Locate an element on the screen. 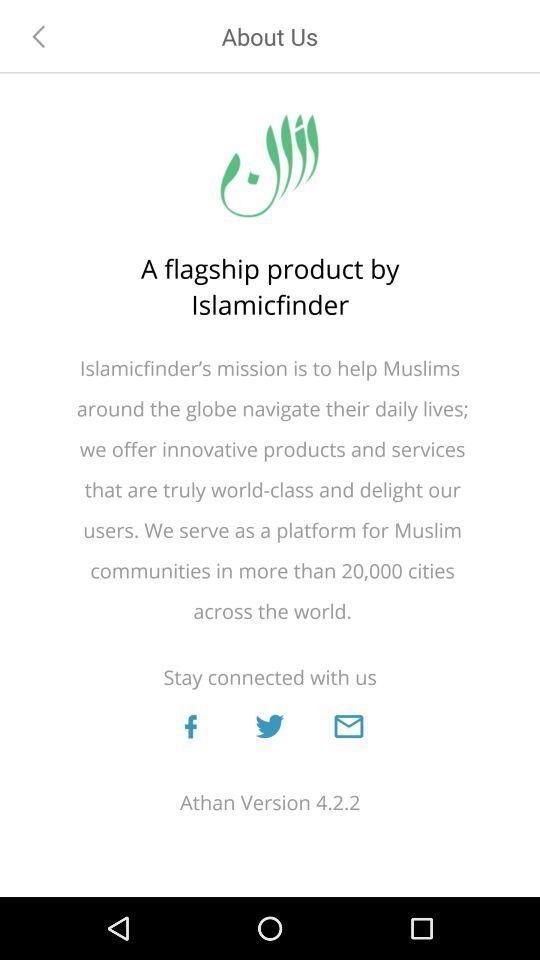 The height and width of the screenshot is (960, 540). previous page is located at coordinates (39, 35).